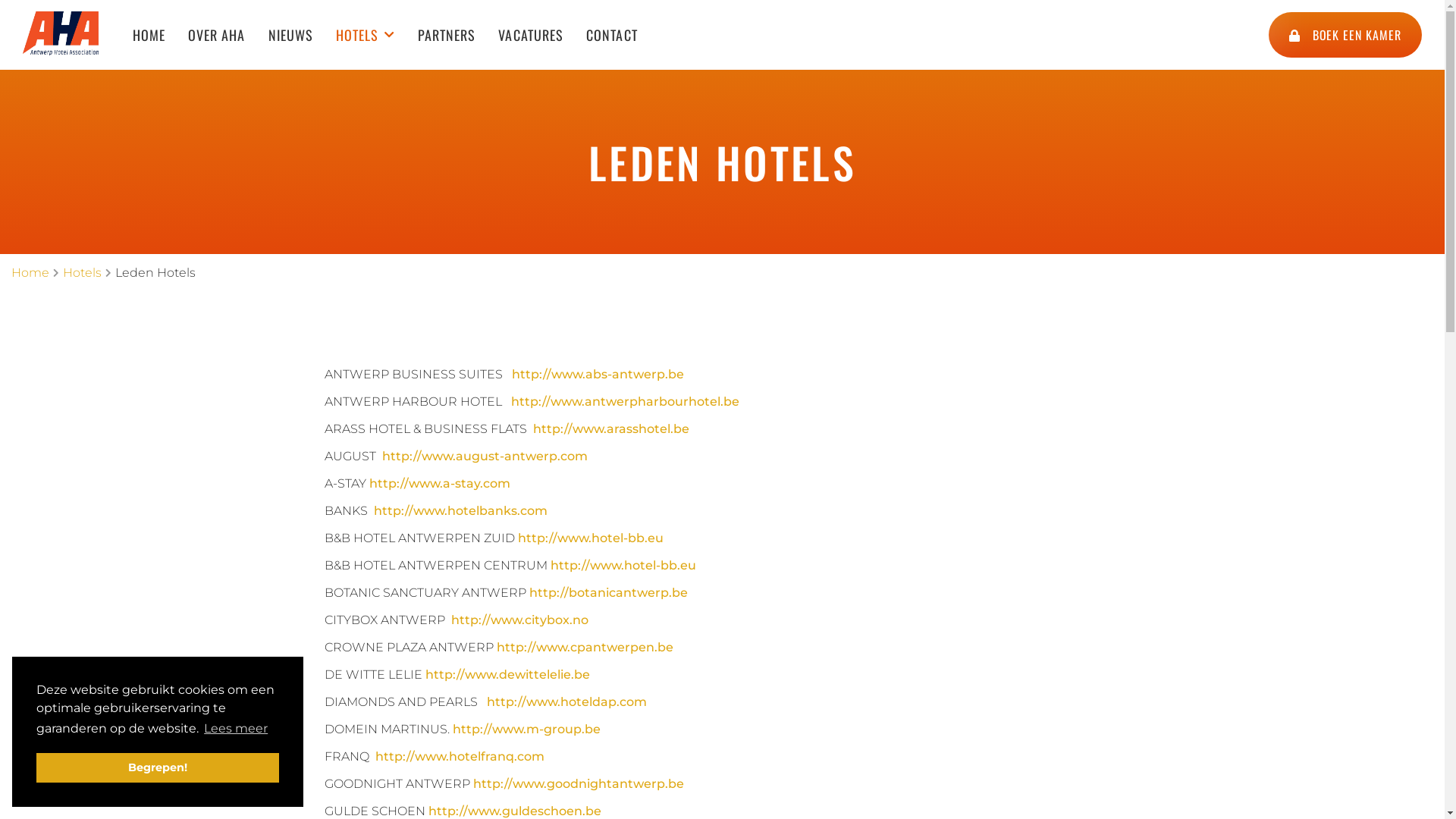  What do you see at coordinates (459, 510) in the screenshot?
I see `'http://www.hotelbanks.com'` at bounding box center [459, 510].